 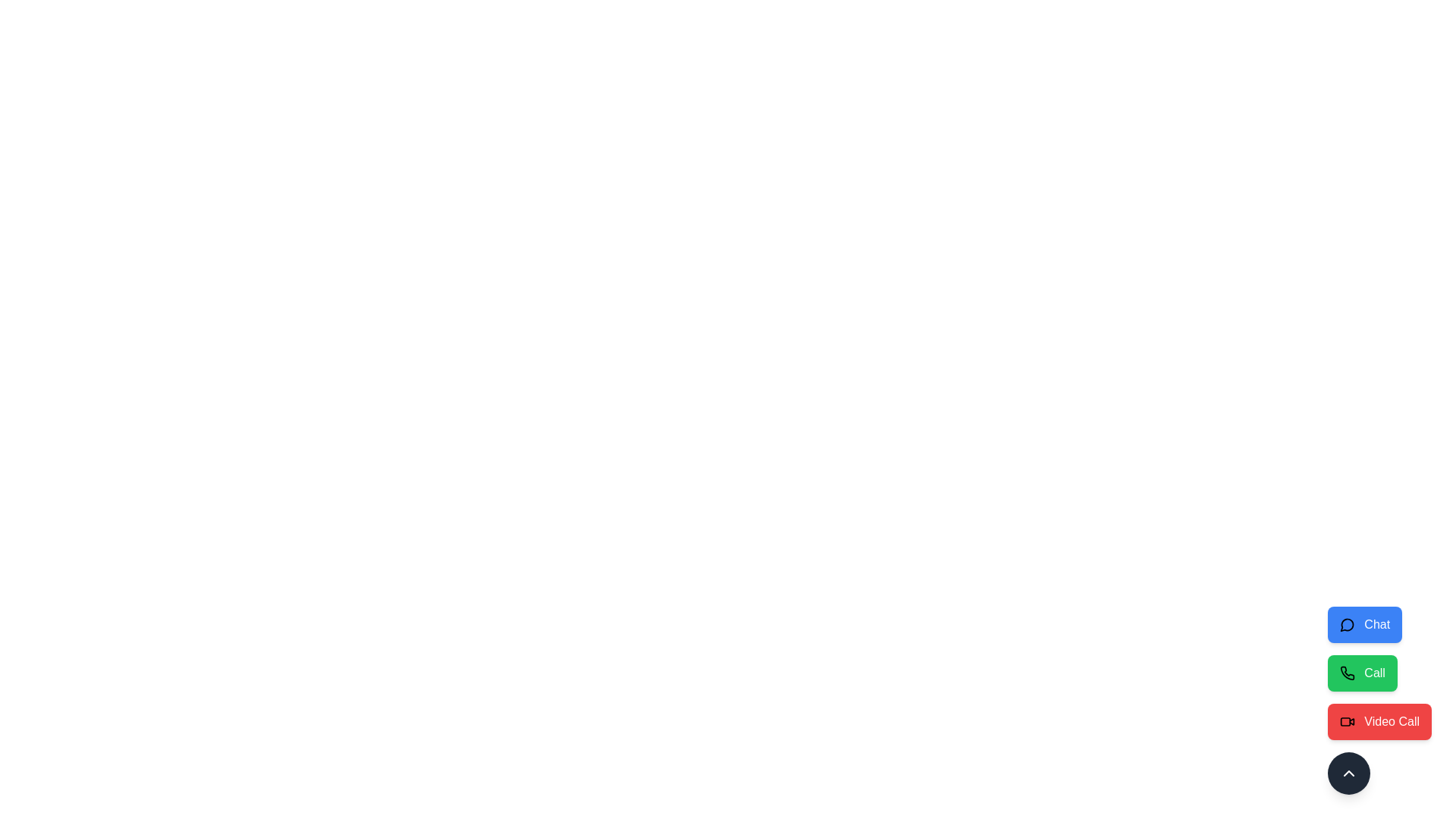 What do you see at coordinates (1379, 721) in the screenshot?
I see `'Video Call' button to initiate a video call` at bounding box center [1379, 721].